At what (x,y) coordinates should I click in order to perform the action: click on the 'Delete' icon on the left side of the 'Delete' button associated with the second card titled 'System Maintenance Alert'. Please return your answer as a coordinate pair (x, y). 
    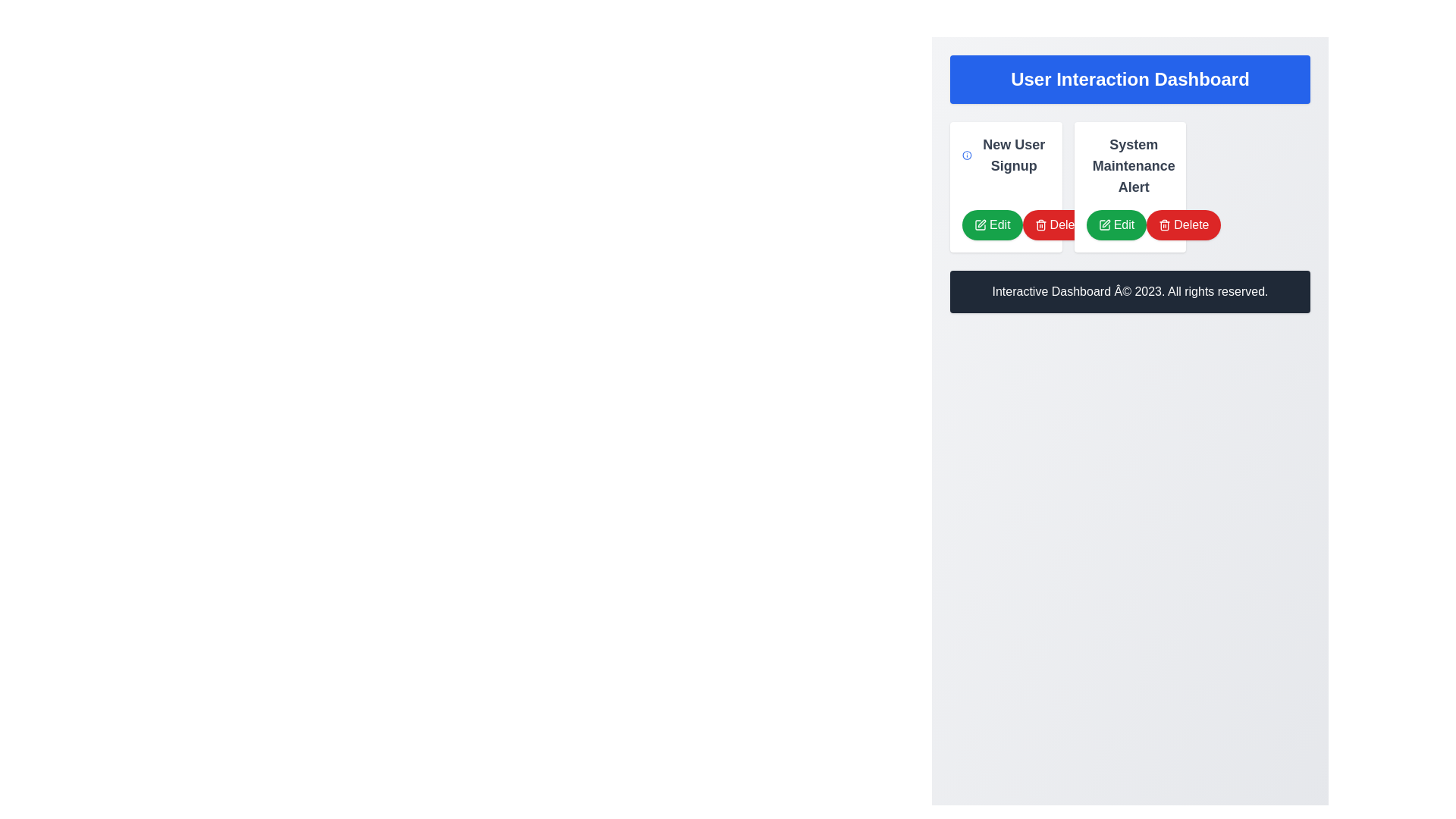
    Looking at the image, I should click on (1164, 225).